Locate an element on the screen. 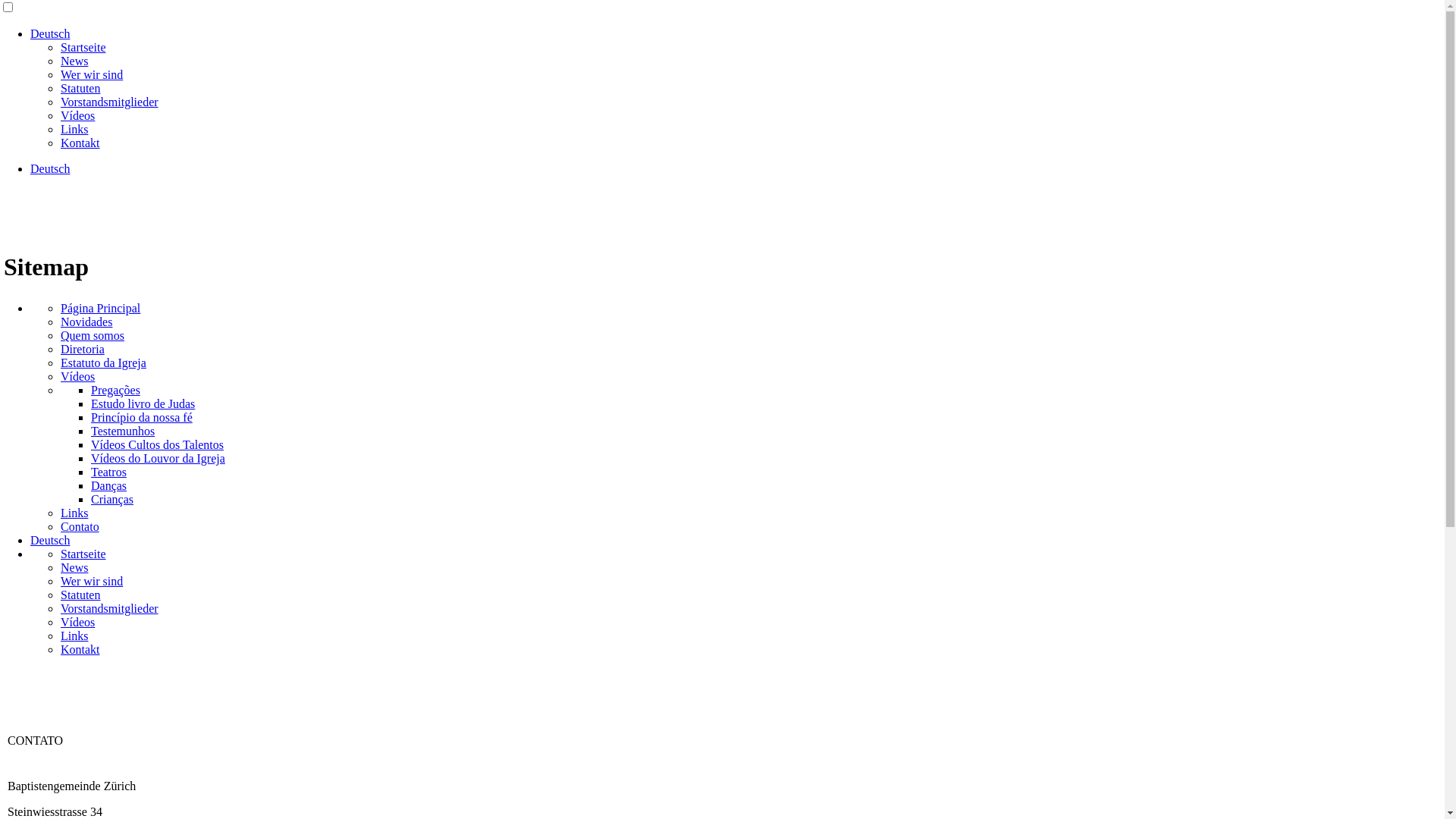  'Testemunhos' is located at coordinates (123, 431).